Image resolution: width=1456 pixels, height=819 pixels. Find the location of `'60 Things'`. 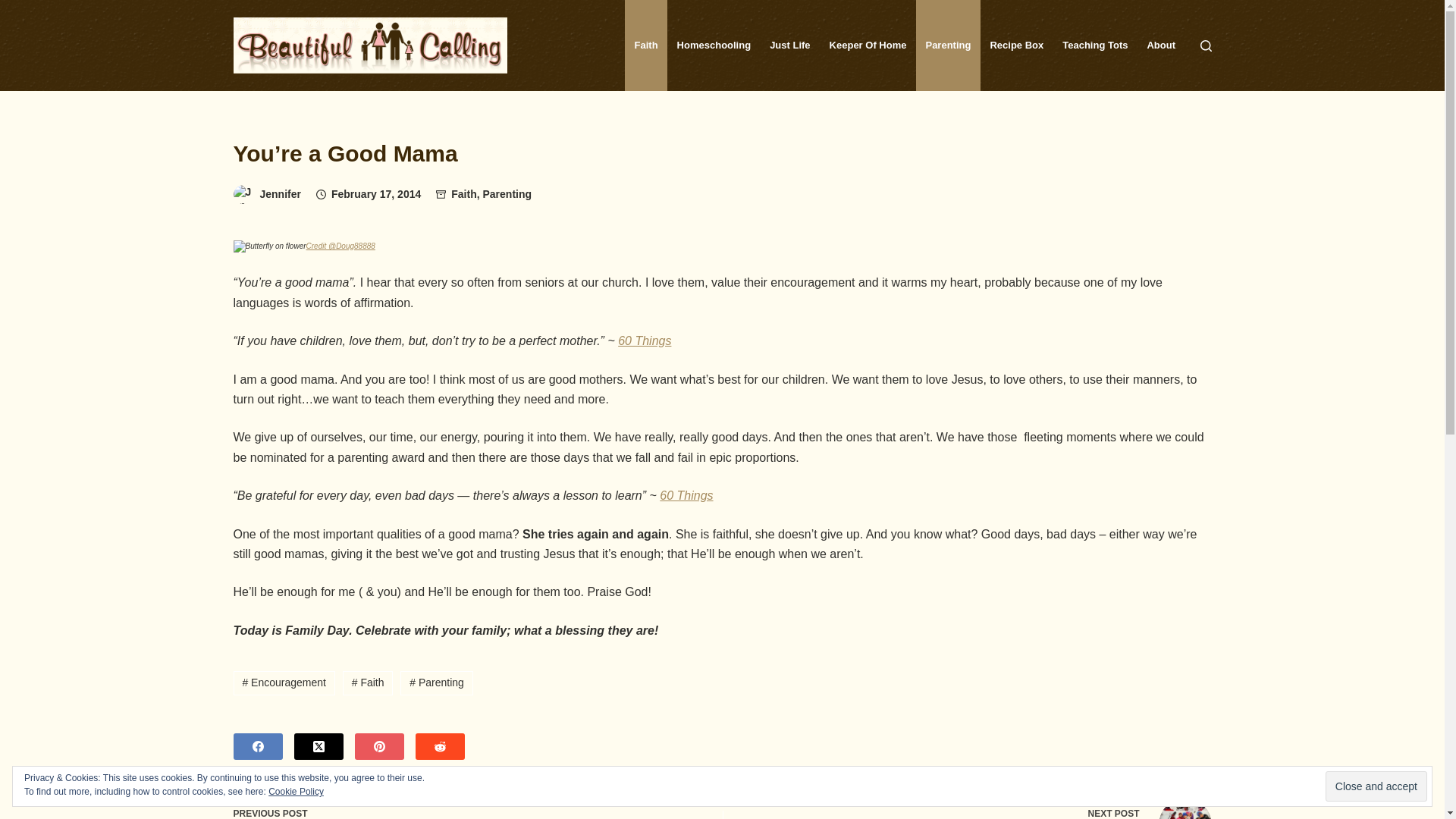

'60 Things' is located at coordinates (644, 340).